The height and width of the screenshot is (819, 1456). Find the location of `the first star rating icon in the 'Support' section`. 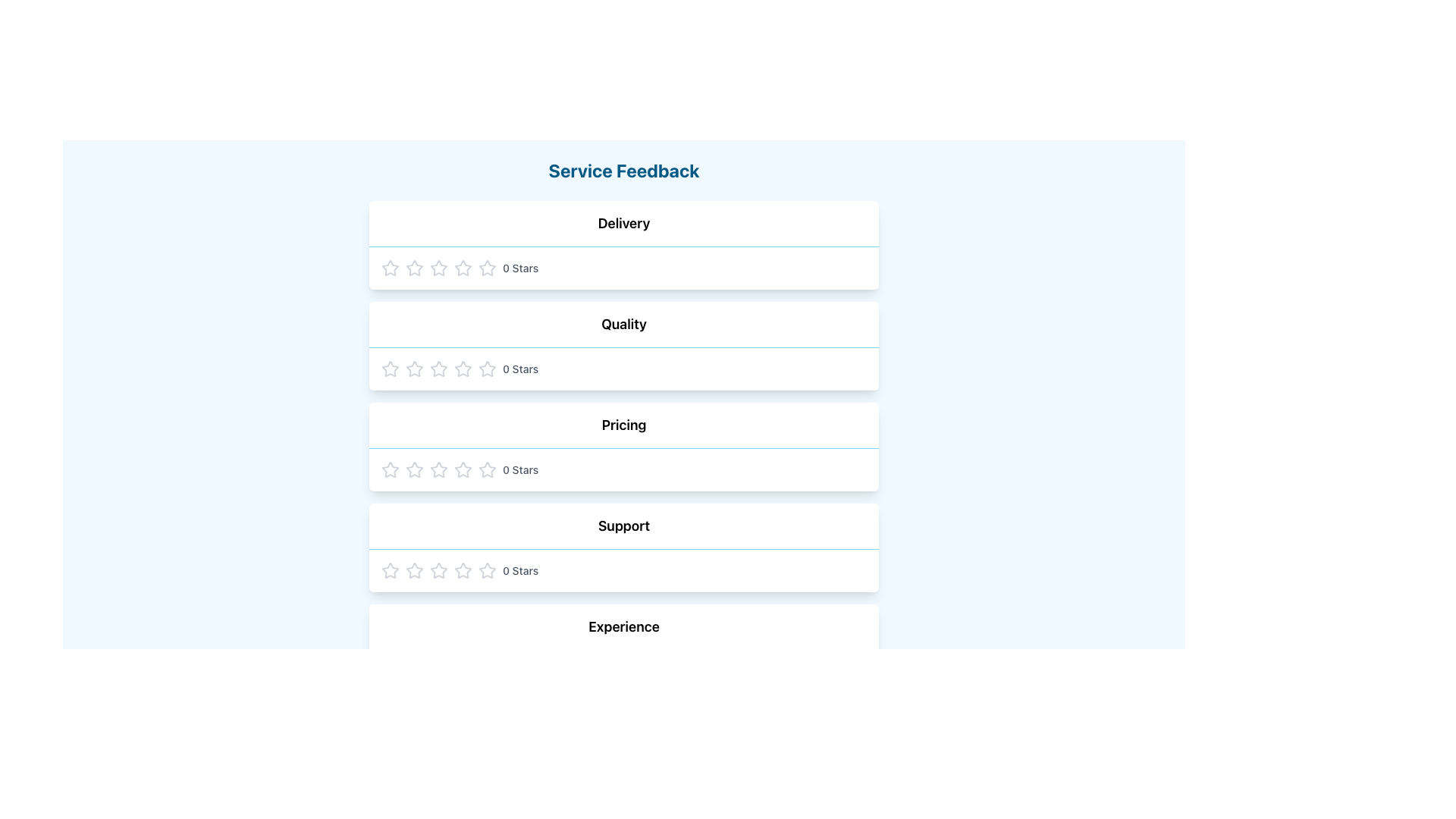

the first star rating icon in the 'Support' section is located at coordinates (390, 570).